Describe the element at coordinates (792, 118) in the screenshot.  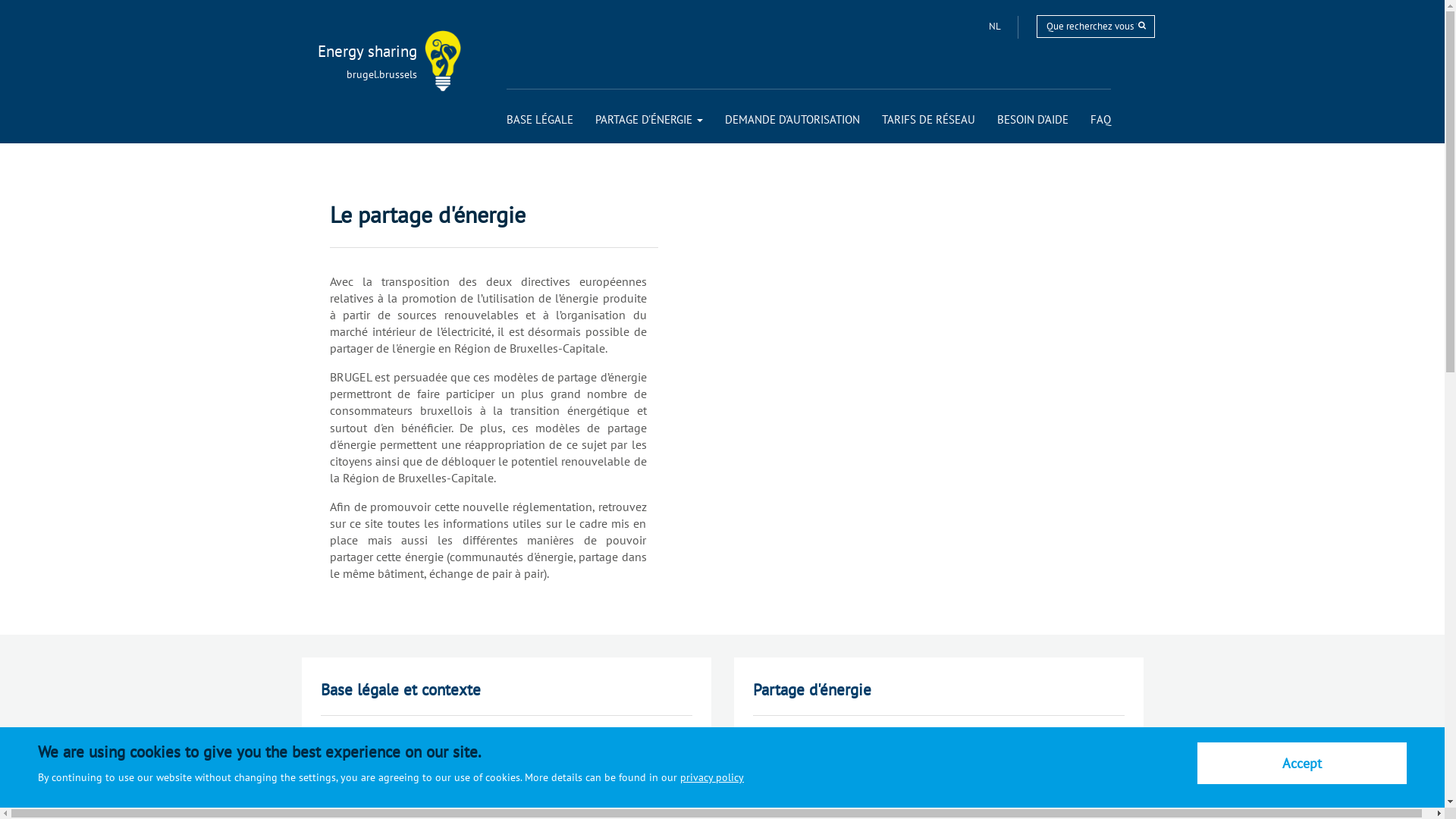
I see `'DEMANDE D'AUTORISATION'` at that location.